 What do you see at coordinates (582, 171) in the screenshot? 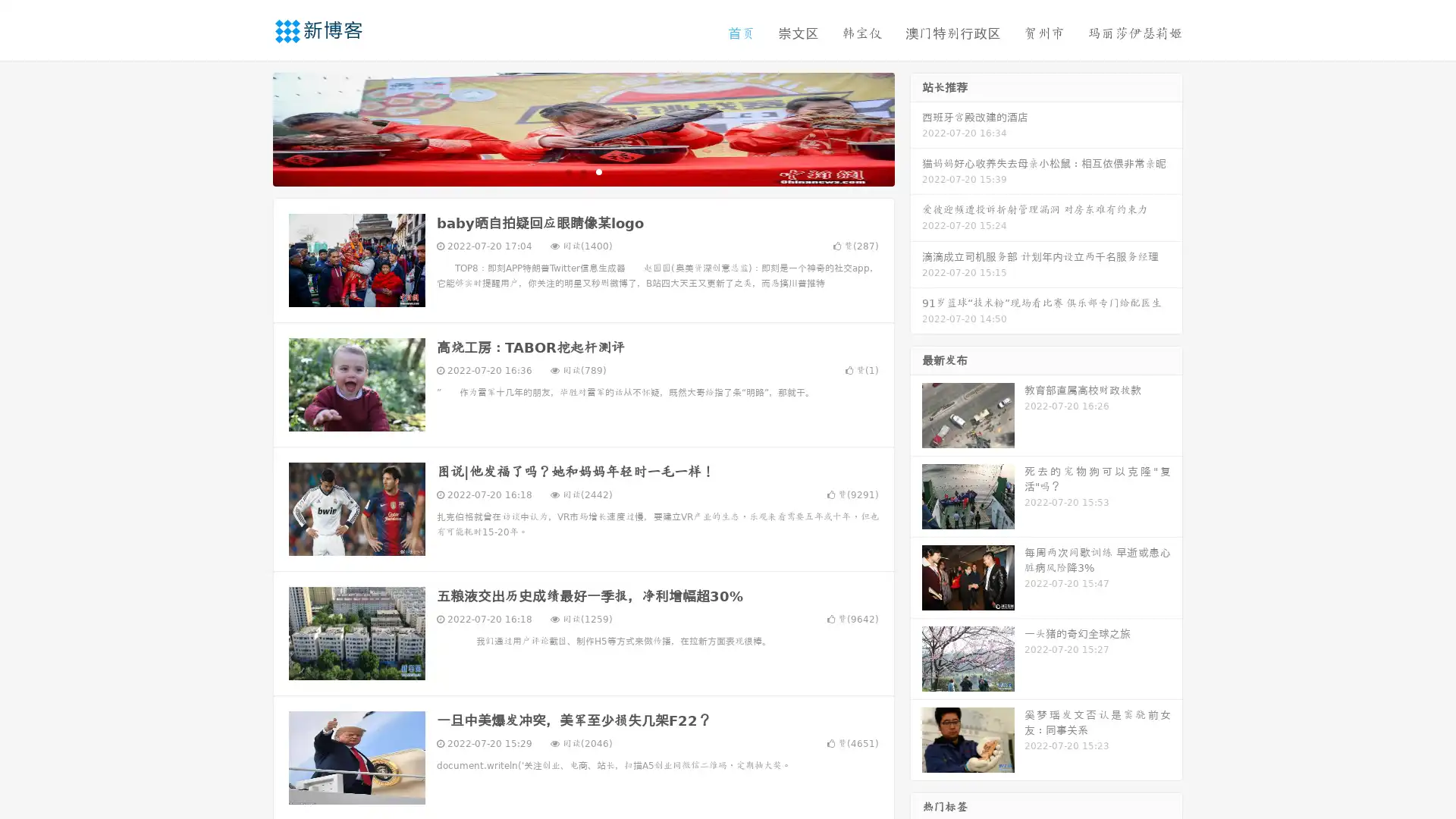
I see `Go to slide 2` at bounding box center [582, 171].